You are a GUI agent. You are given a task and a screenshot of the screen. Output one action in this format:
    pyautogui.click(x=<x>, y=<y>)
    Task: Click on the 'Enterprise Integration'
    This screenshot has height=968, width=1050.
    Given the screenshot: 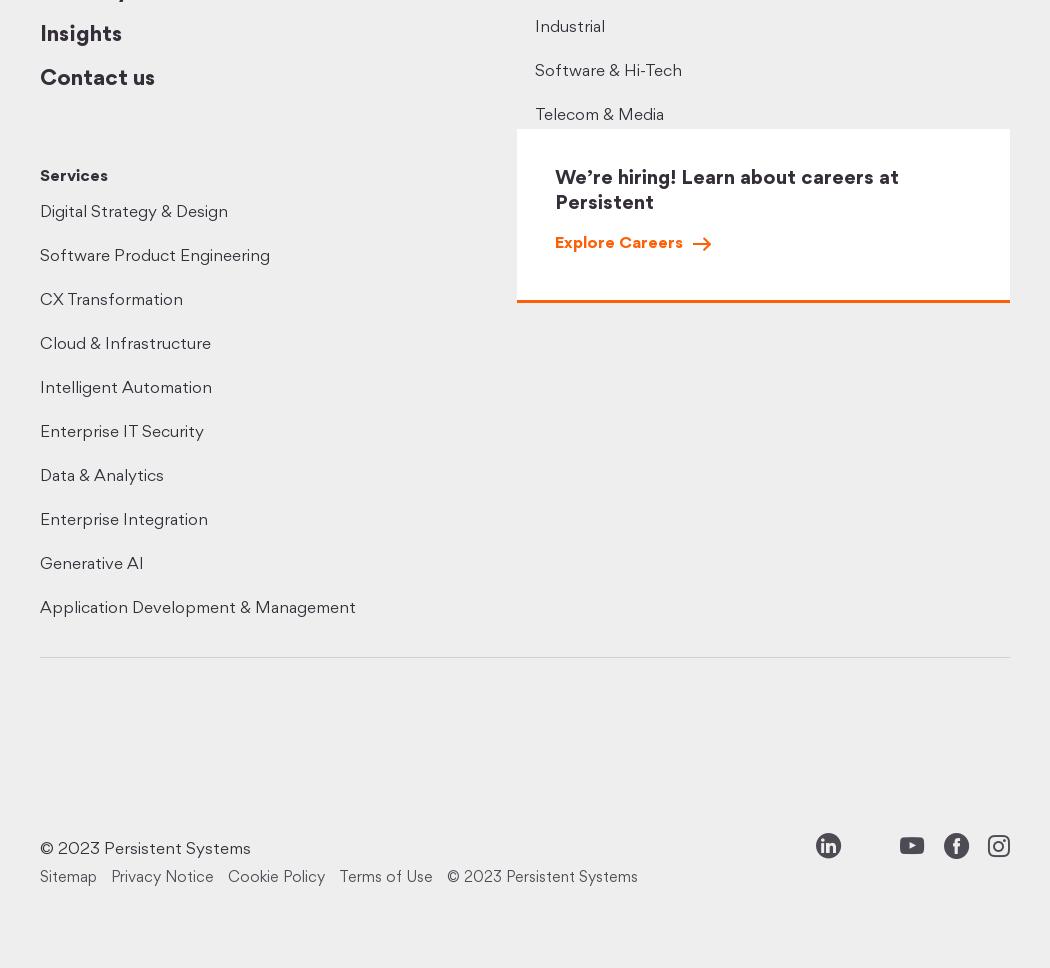 What is the action you would take?
    pyautogui.click(x=39, y=520)
    